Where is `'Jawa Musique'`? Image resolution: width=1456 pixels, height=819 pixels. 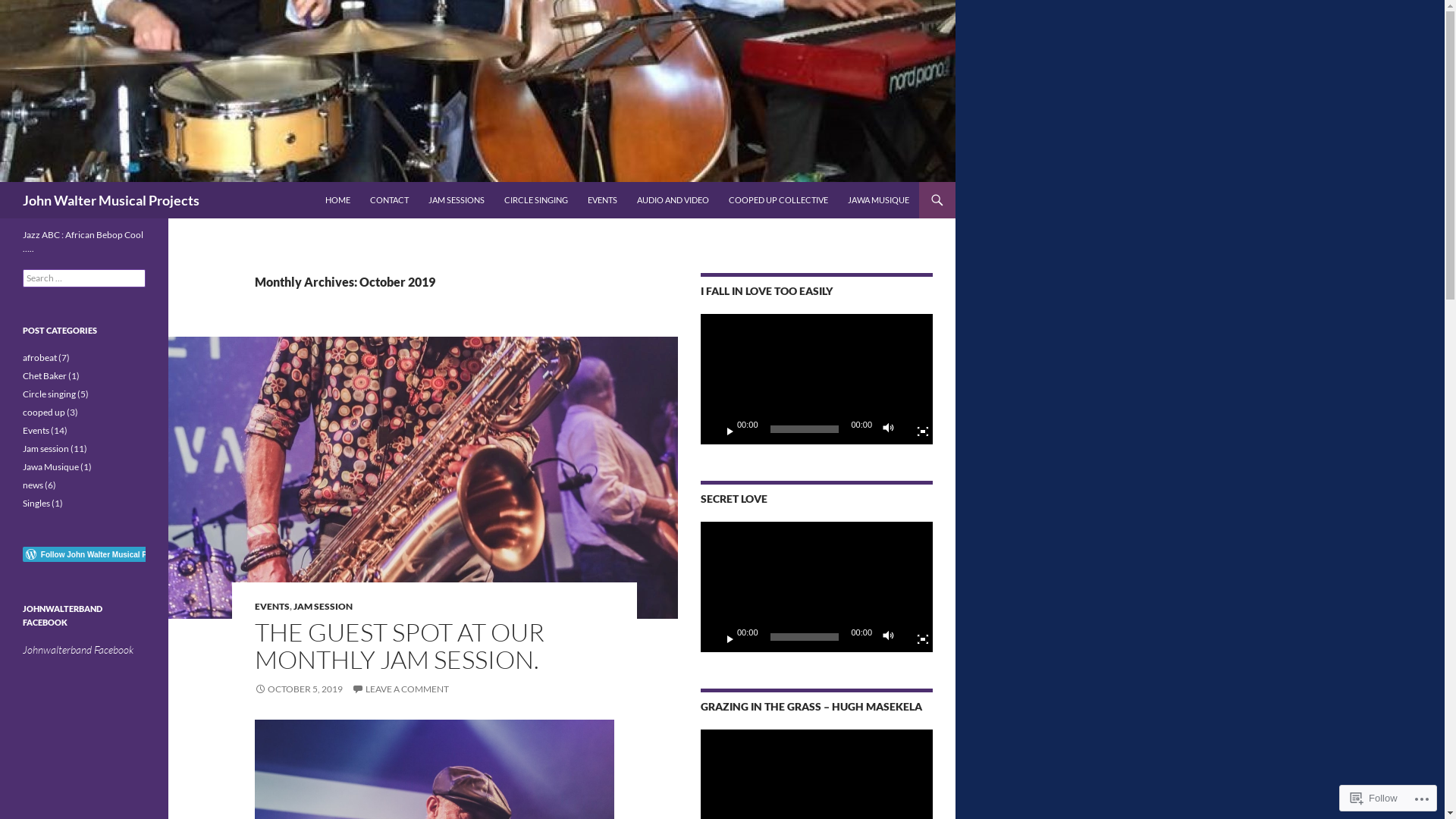 'Jawa Musique' is located at coordinates (22, 466).